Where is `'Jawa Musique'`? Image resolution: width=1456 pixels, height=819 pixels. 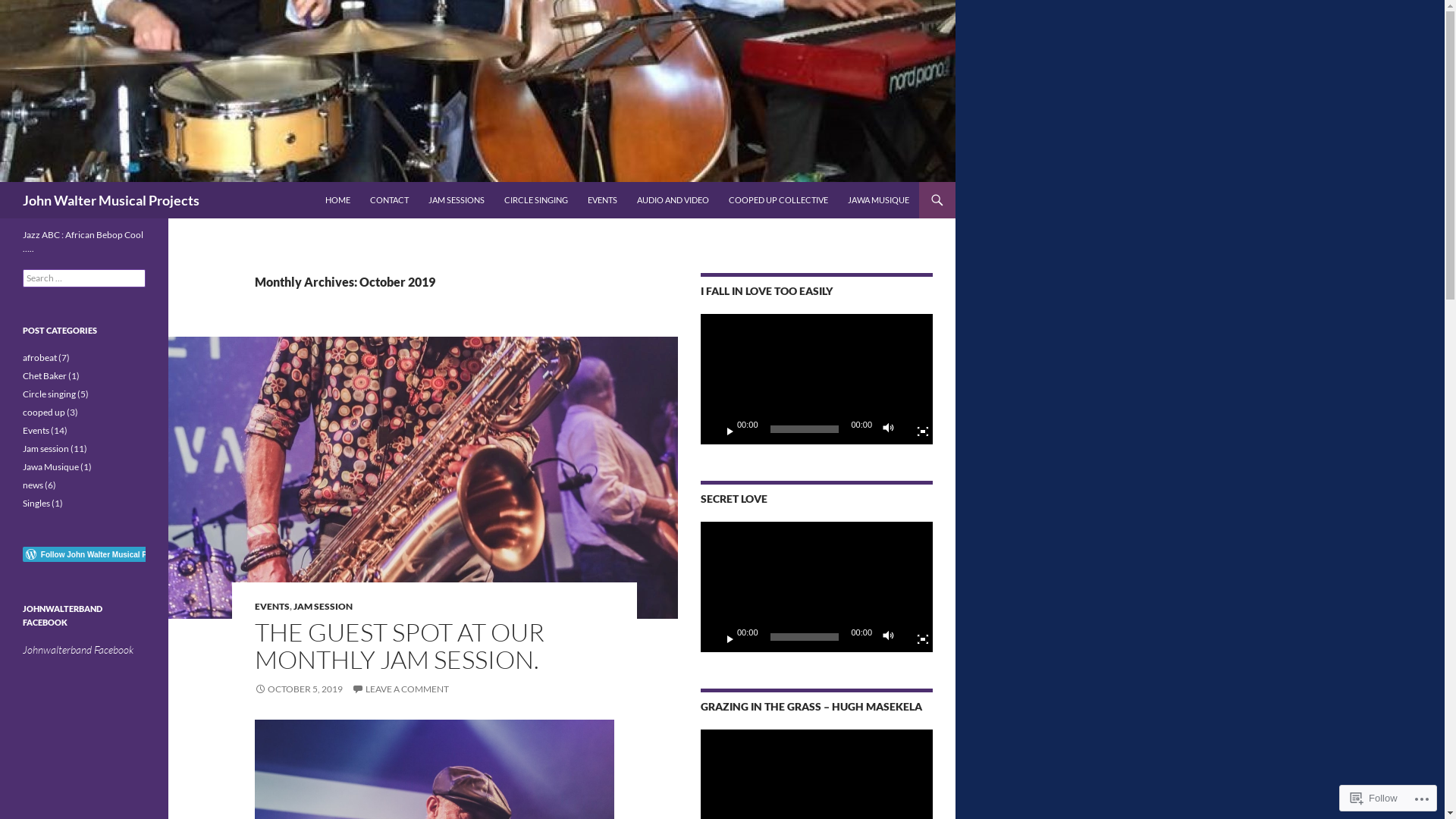 'Jawa Musique' is located at coordinates (22, 466).